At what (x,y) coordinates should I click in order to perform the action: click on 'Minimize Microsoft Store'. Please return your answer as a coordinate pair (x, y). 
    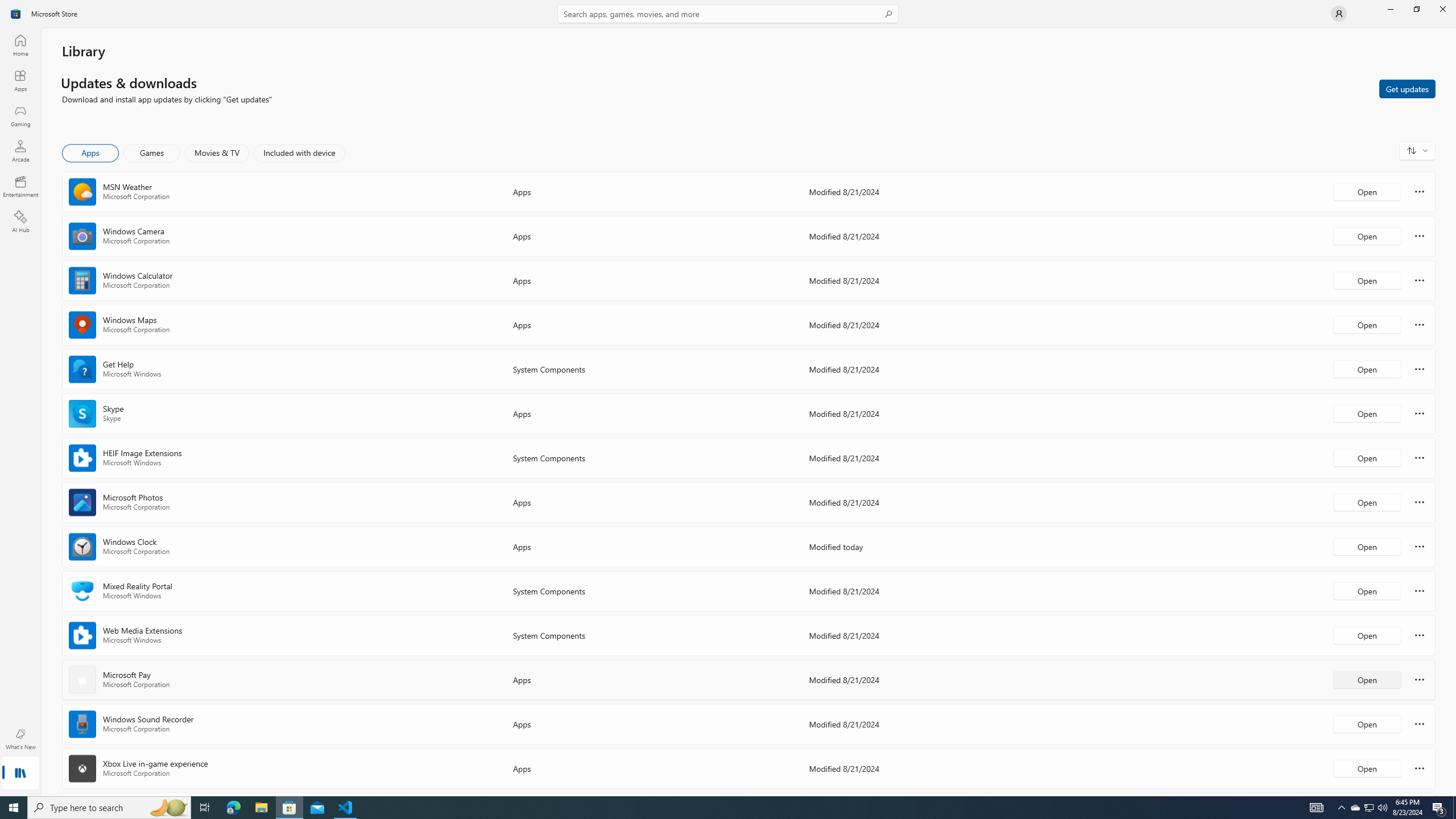
    Looking at the image, I should click on (1389, 9).